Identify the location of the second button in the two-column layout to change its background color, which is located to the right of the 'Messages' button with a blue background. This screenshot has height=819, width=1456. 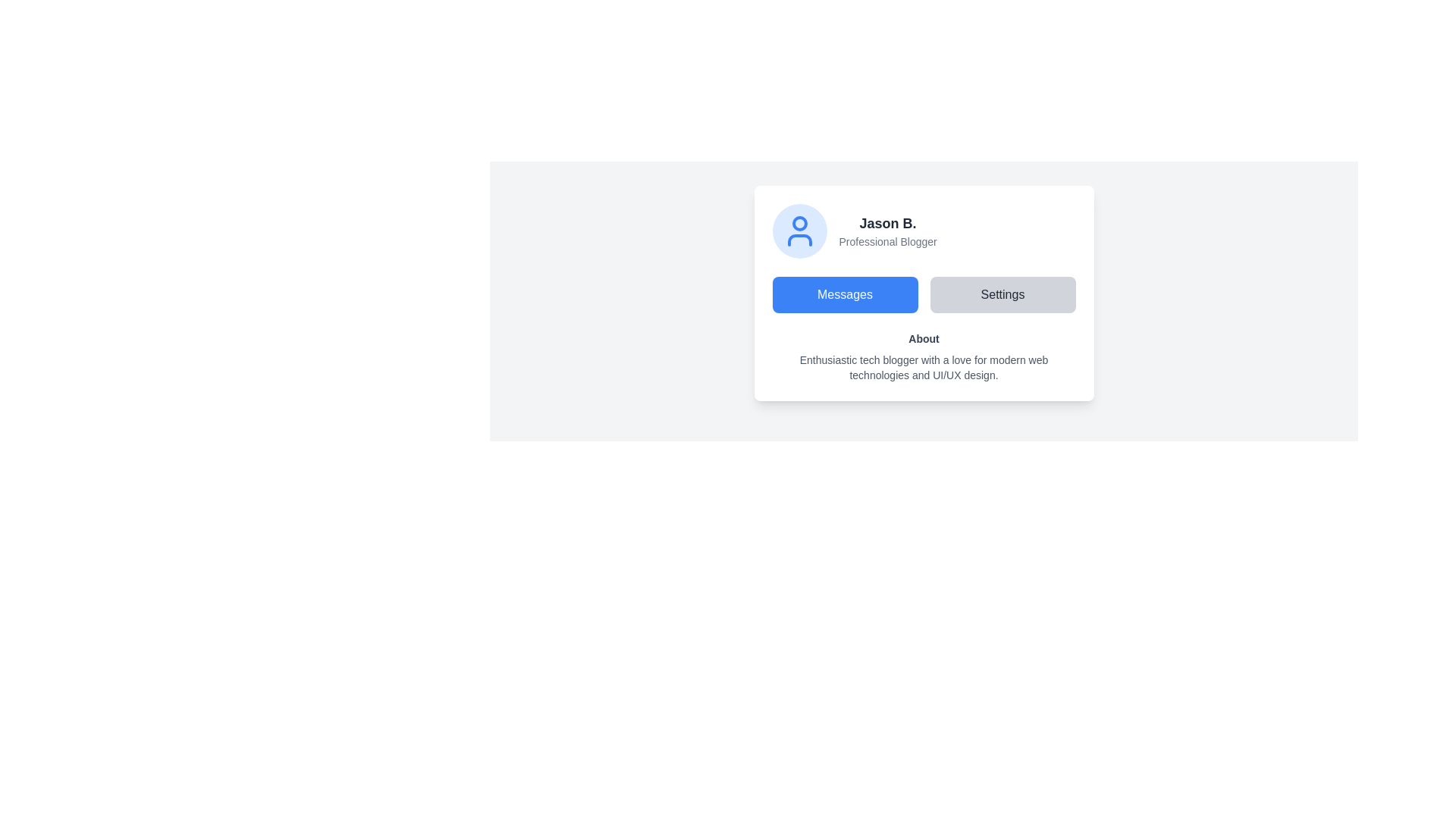
(1003, 295).